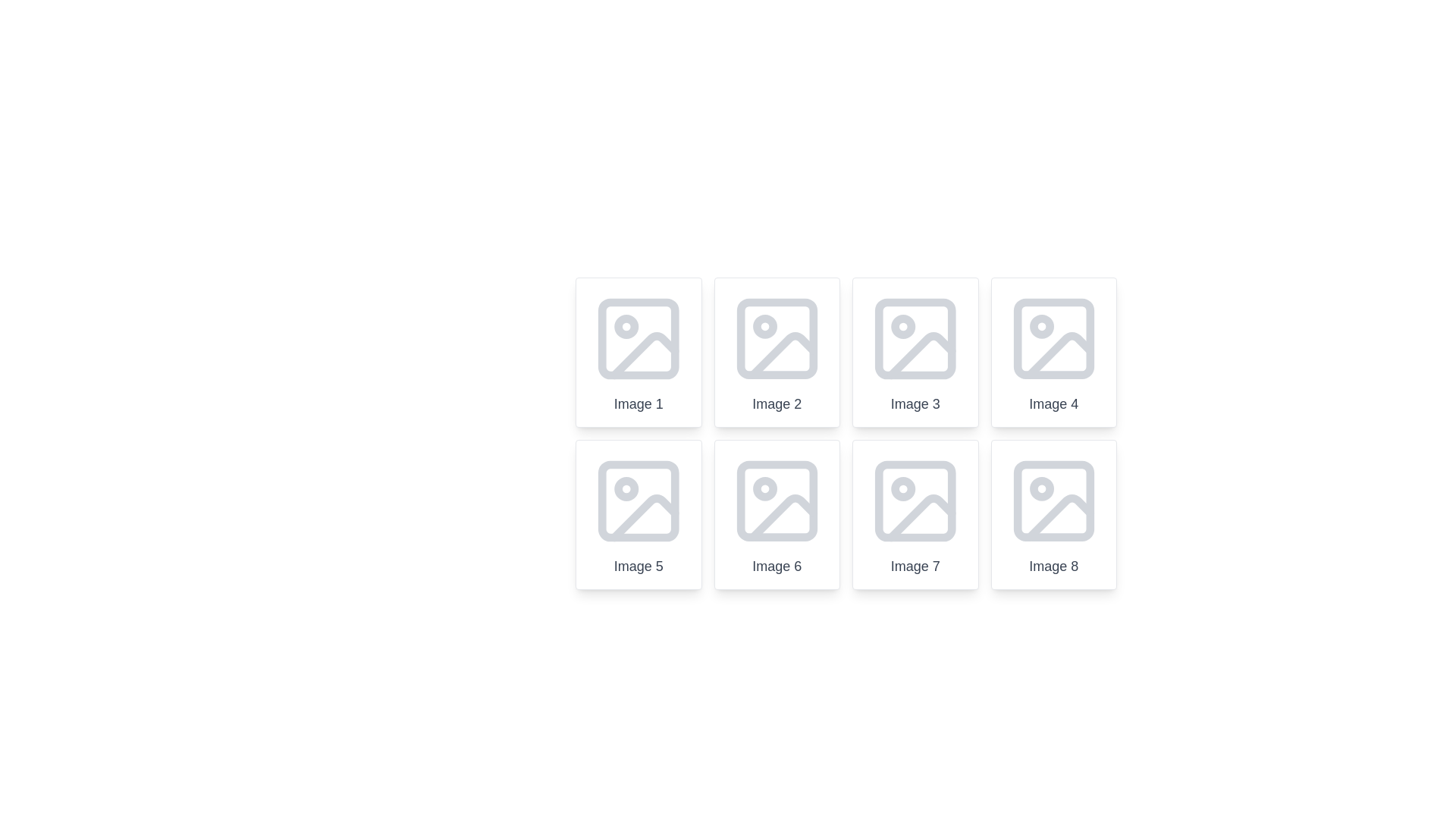  I want to click on the Icon Decoration Shape element, which is a decorative shape enhancing the visual representation of the 'Image 8' tile located at the bottom-right corner of the grid, so click(1053, 500).